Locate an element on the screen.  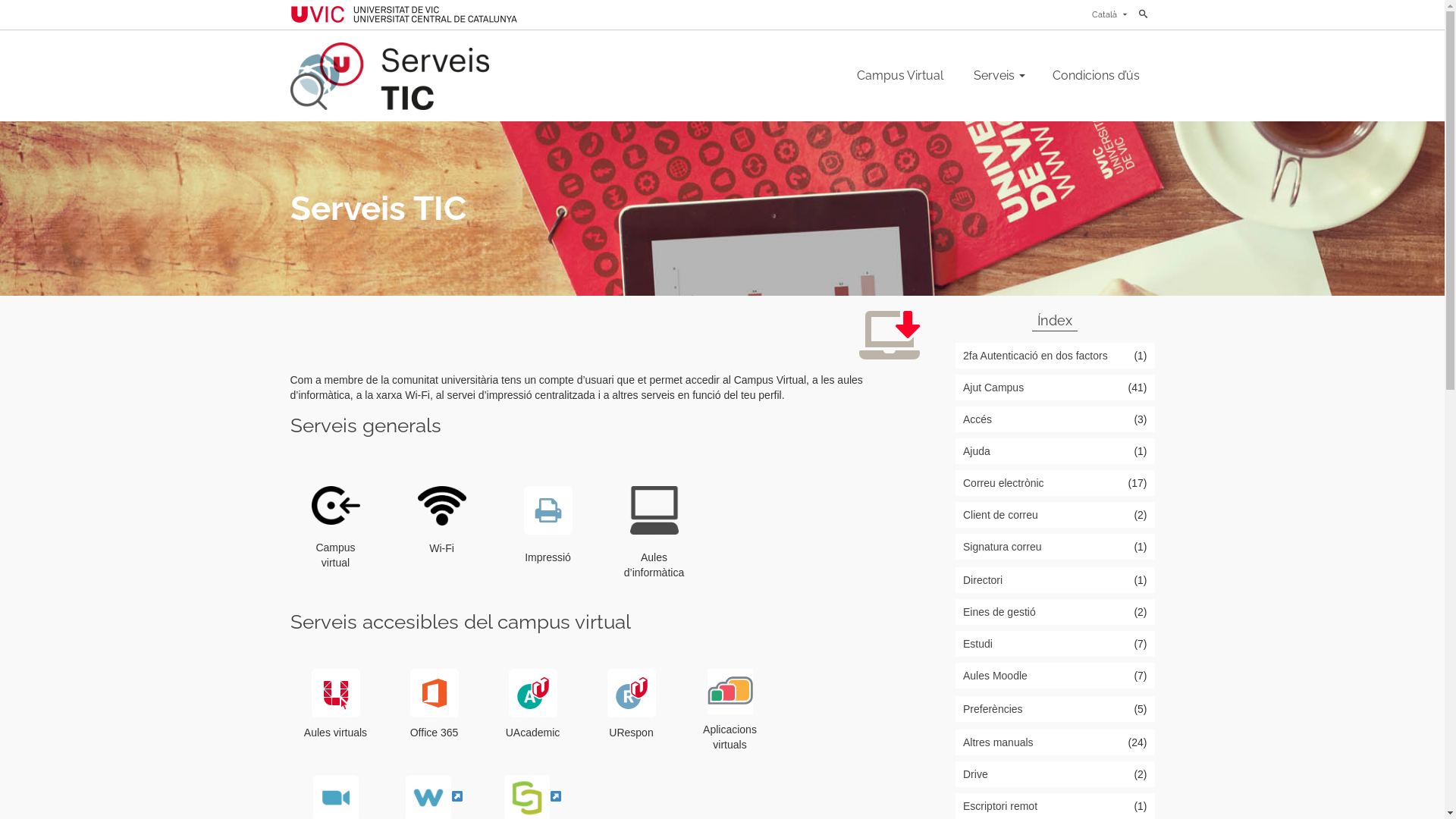
'Ajut Campus' is located at coordinates (1054, 386).